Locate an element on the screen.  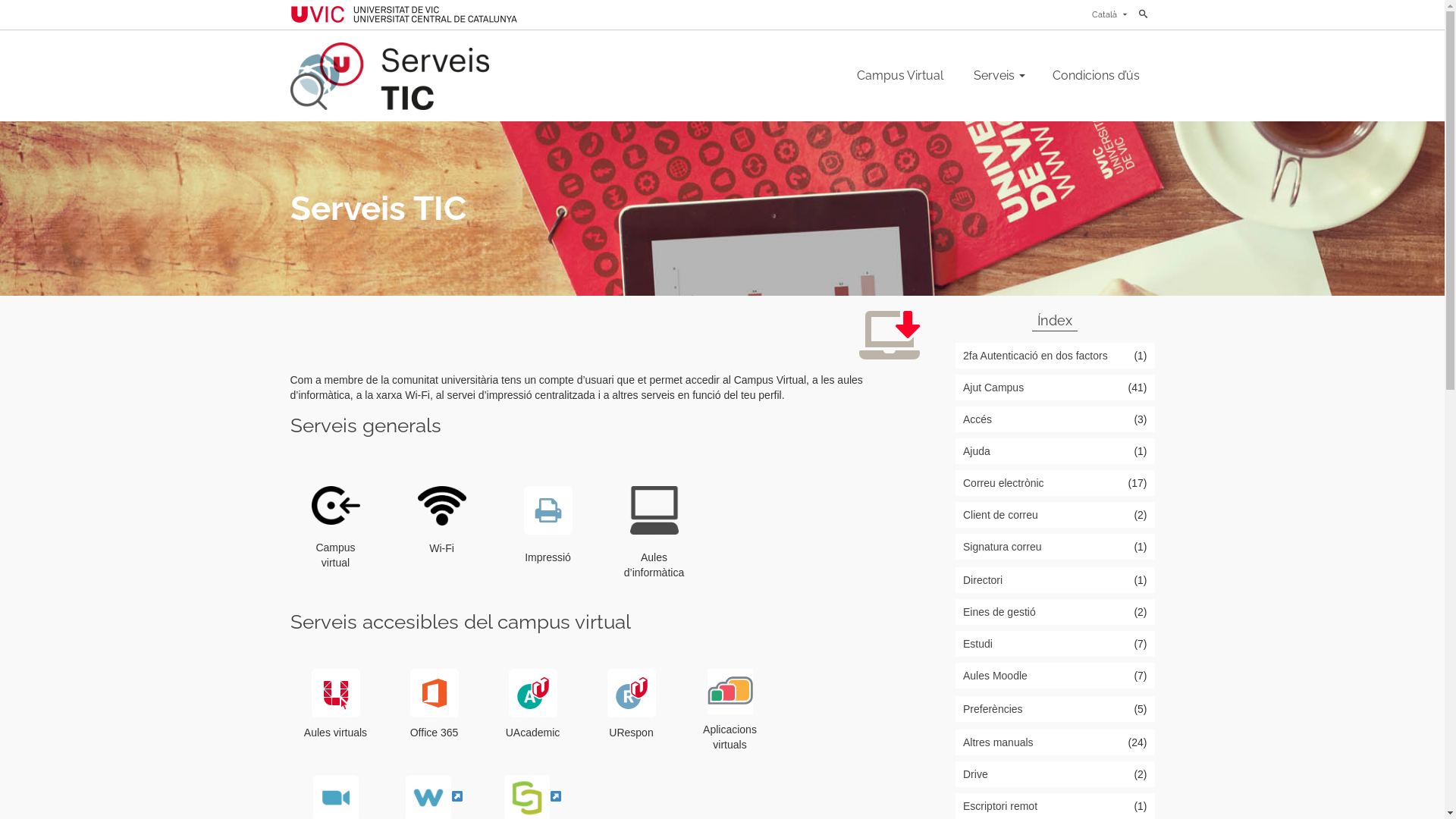
'Ajut Campus' is located at coordinates (1054, 386).